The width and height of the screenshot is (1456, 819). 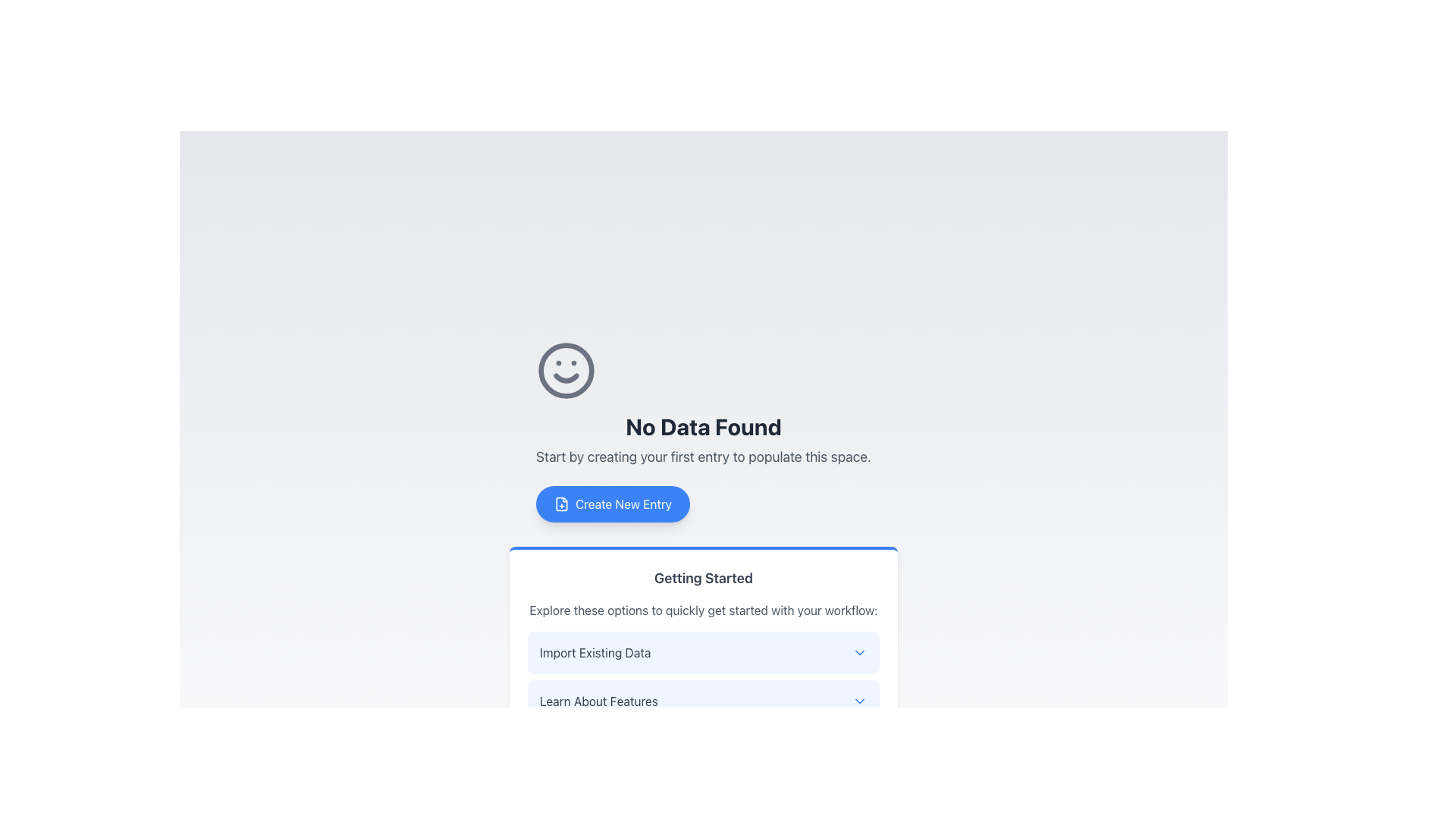 I want to click on the 'Create New Entry' button, which contains a minimalist document icon with a plus sign on the left side of the button text, to initiate the associated action, so click(x=561, y=504).